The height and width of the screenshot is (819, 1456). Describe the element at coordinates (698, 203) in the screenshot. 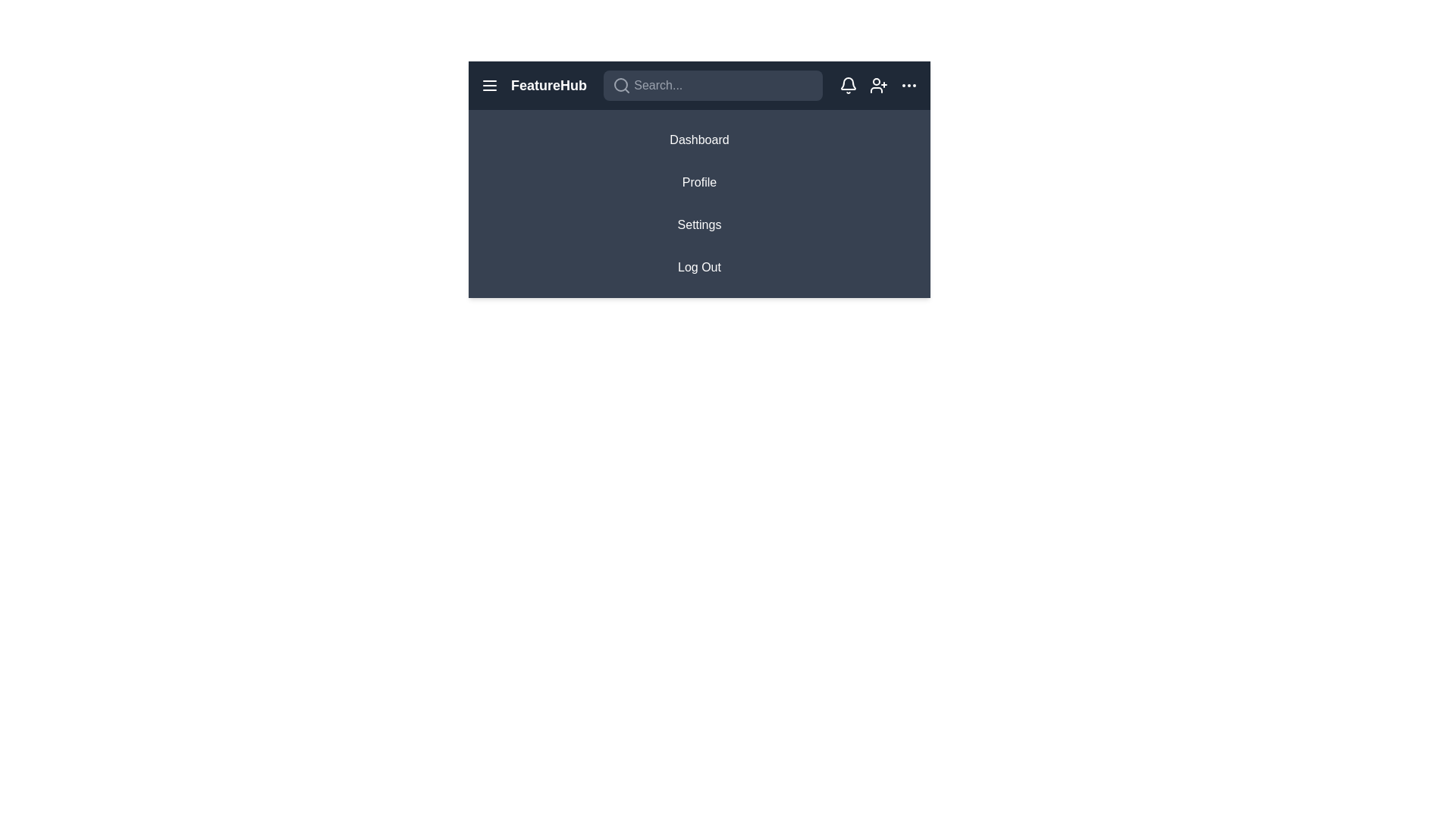

I see `one of the menu items in the vertically stacked menu, which includes 'Dashboard', 'Profile', 'Settings', and 'Log Out'` at that location.